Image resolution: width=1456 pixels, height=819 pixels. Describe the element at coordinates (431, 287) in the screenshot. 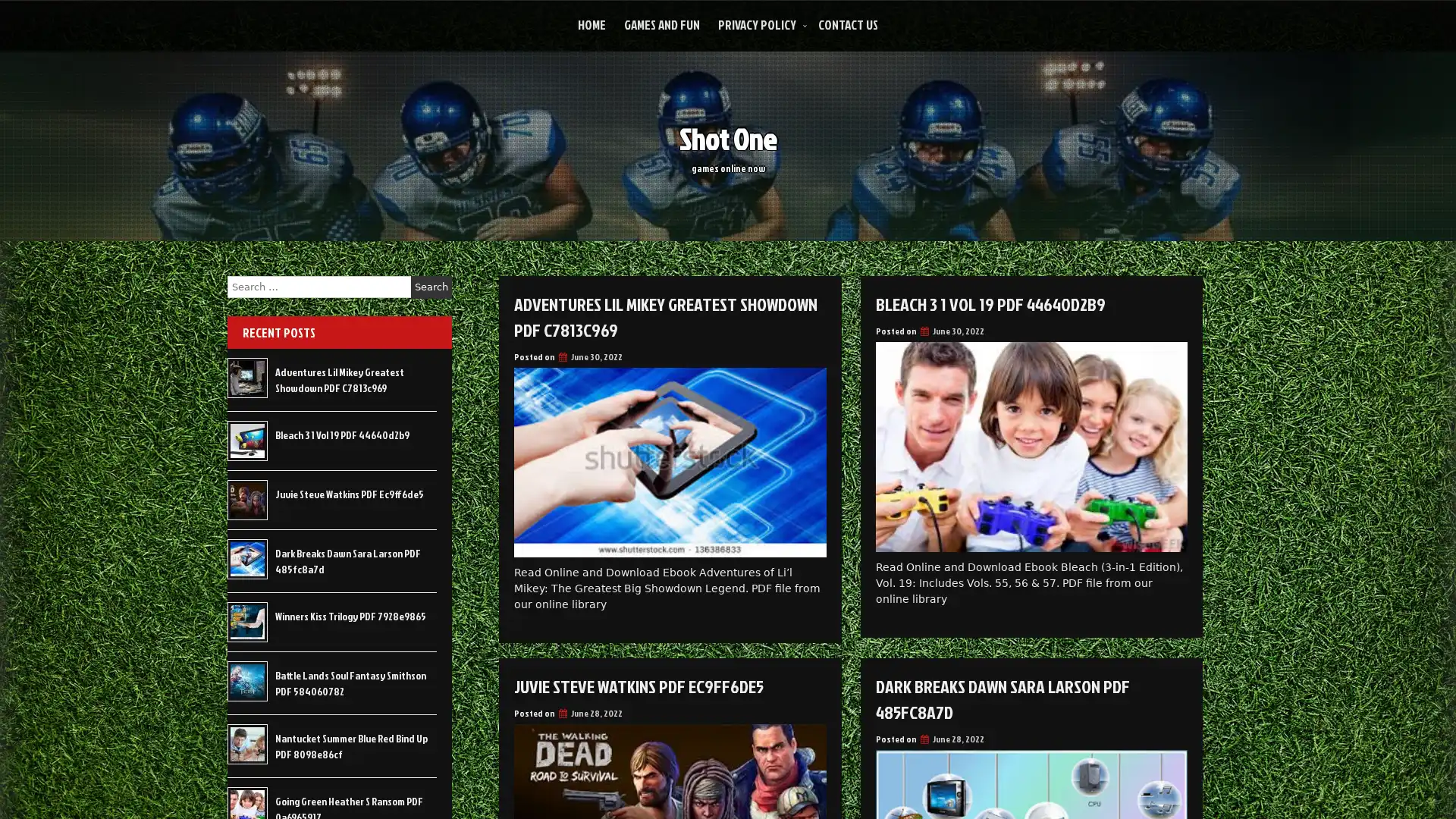

I see `Search` at that location.